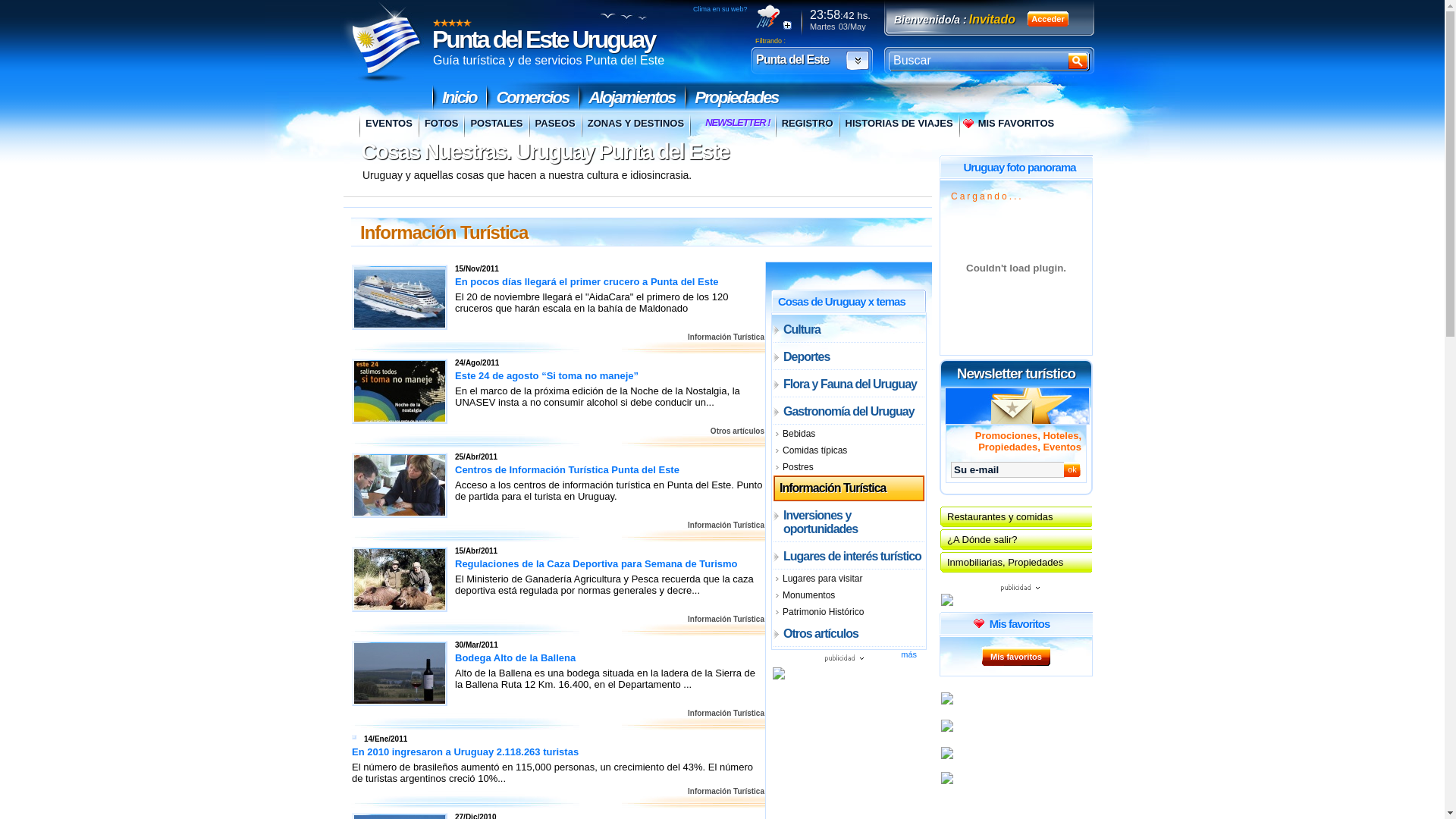 The image size is (1456, 819). I want to click on 'Alojamientos', so click(632, 97).